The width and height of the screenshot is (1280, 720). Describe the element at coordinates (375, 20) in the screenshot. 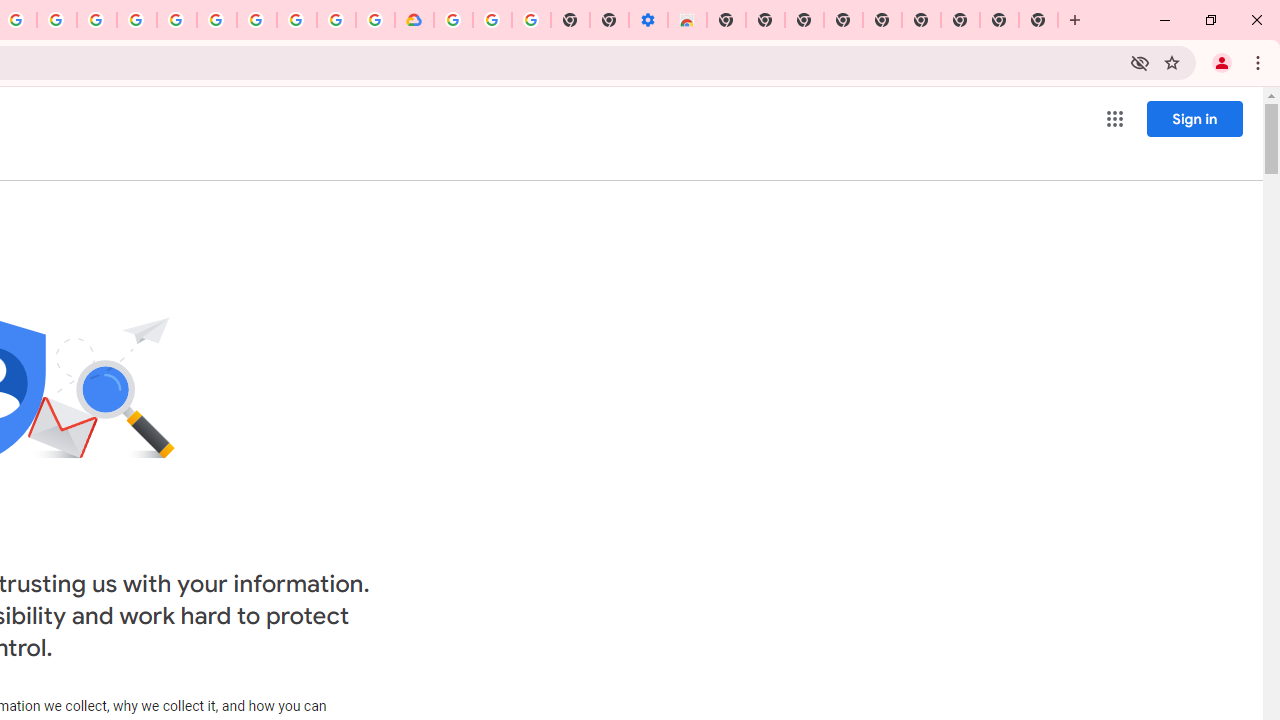

I see `'Browse the Google Chrome Community - Google Chrome Community'` at that location.